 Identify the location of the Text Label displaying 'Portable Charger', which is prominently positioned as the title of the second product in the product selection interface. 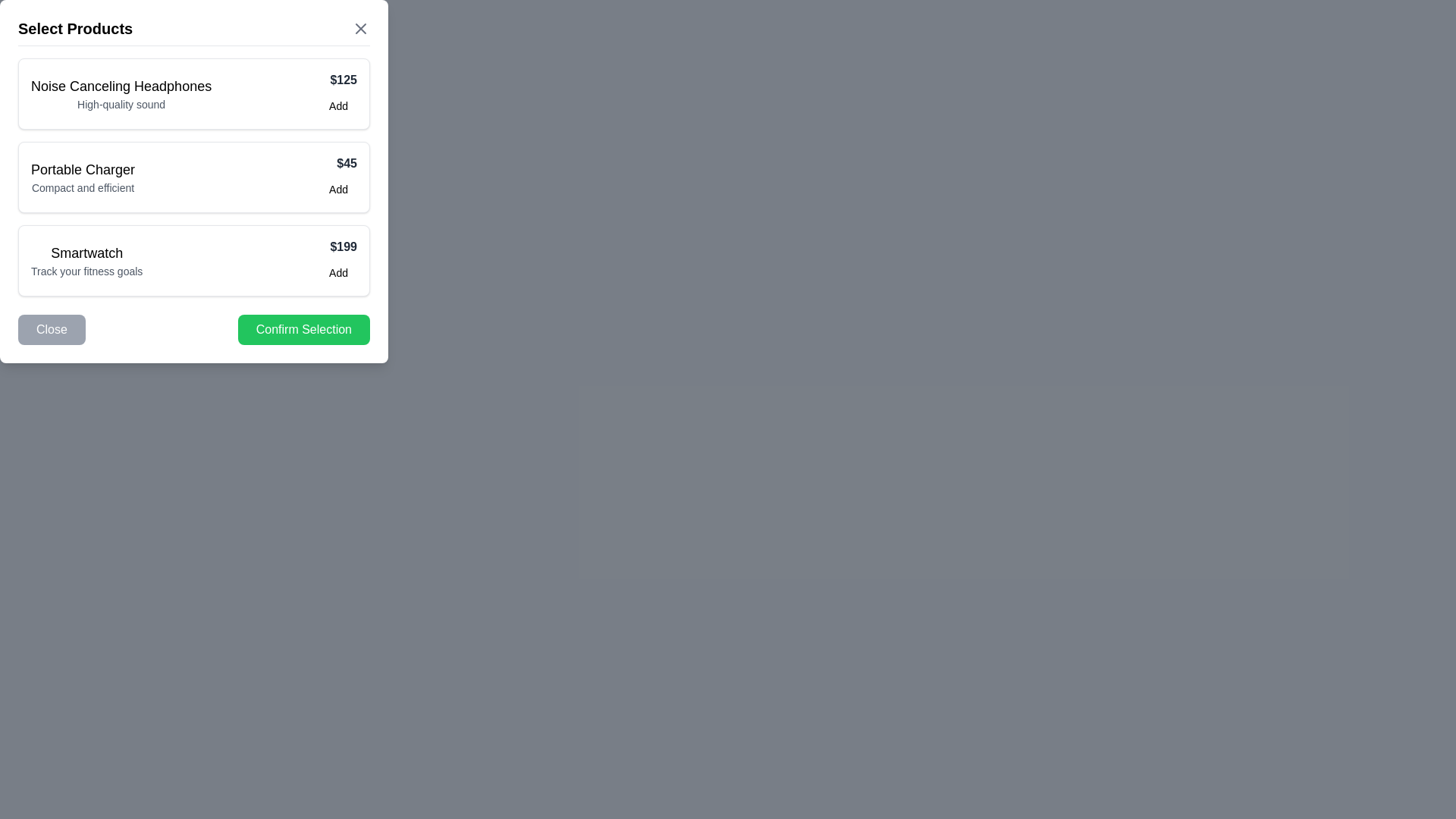
(82, 169).